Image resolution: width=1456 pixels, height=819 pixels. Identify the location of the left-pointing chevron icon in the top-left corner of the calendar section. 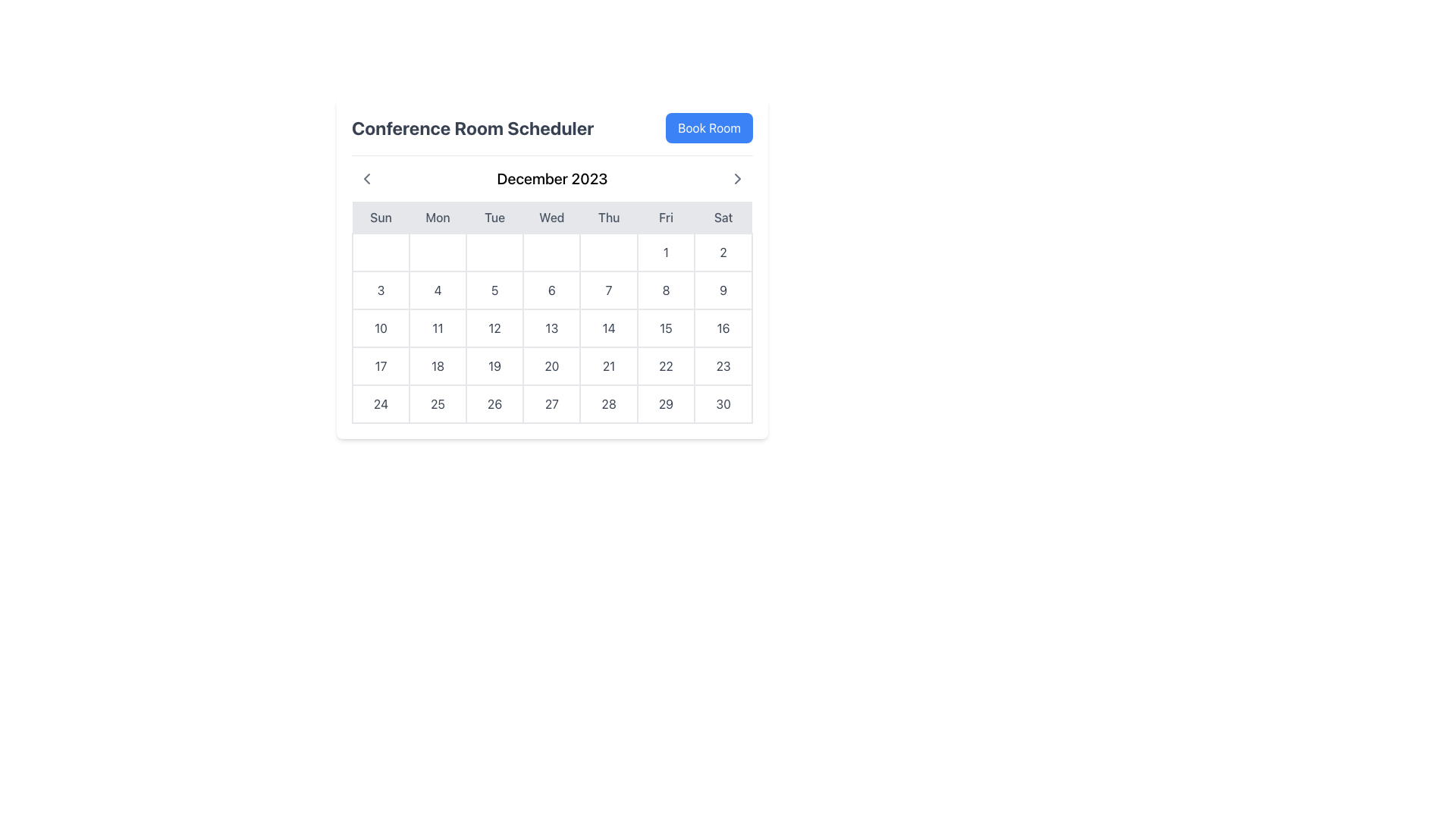
(367, 177).